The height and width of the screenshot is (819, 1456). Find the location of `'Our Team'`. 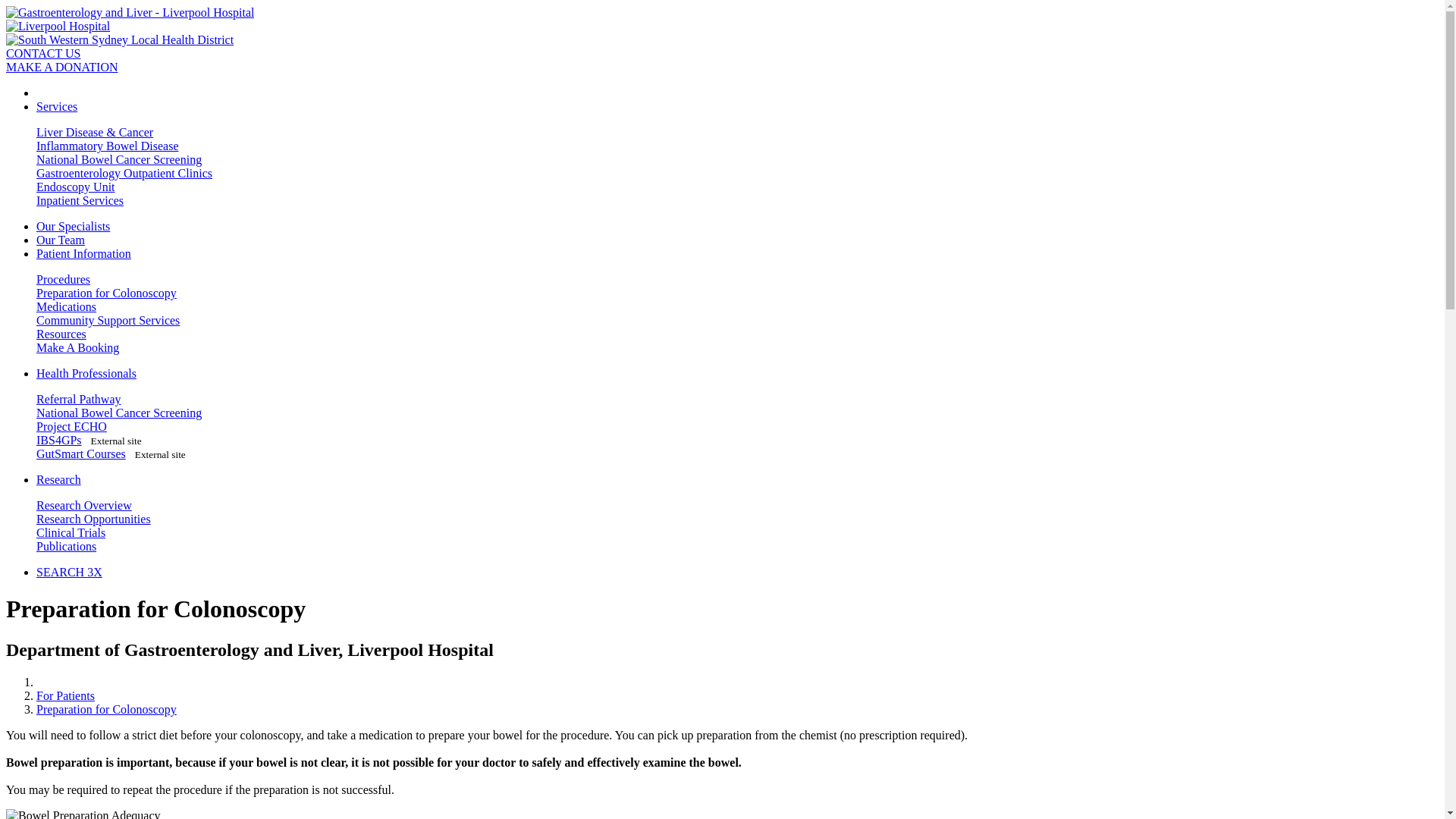

'Our Team' is located at coordinates (61, 239).